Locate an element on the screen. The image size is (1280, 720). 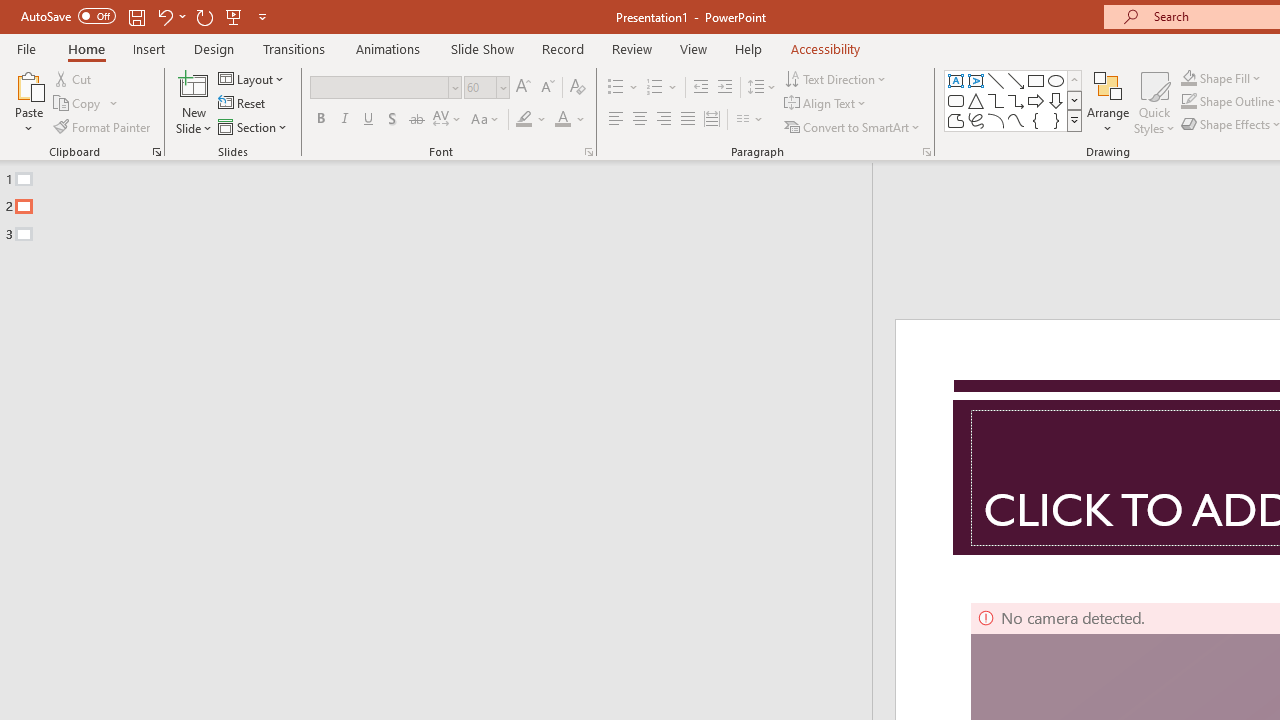
'New Slide' is located at coordinates (193, 84).